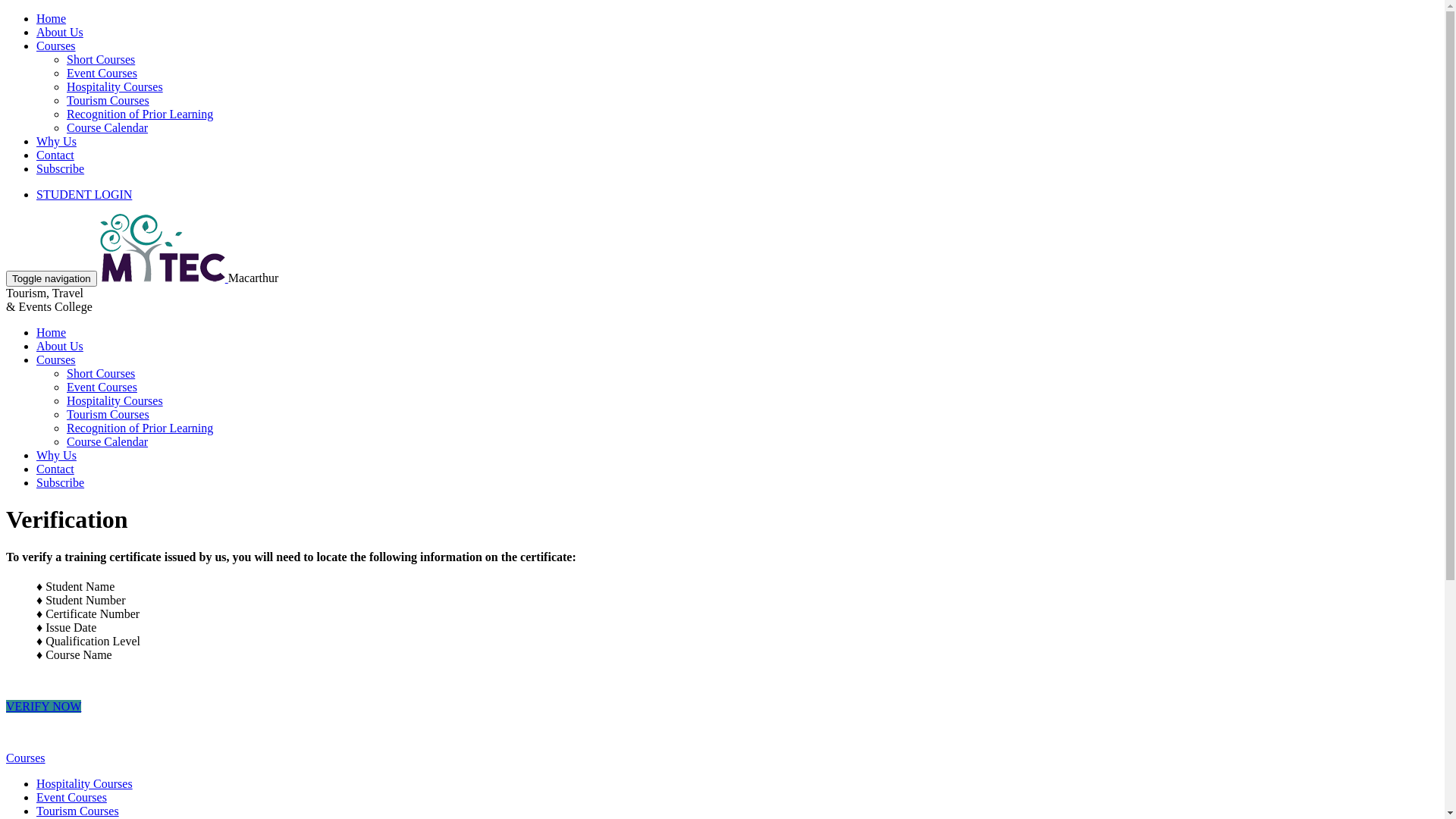 This screenshot has height=819, width=1456. What do you see at coordinates (140, 428) in the screenshot?
I see `'Recognition of Prior Learning'` at bounding box center [140, 428].